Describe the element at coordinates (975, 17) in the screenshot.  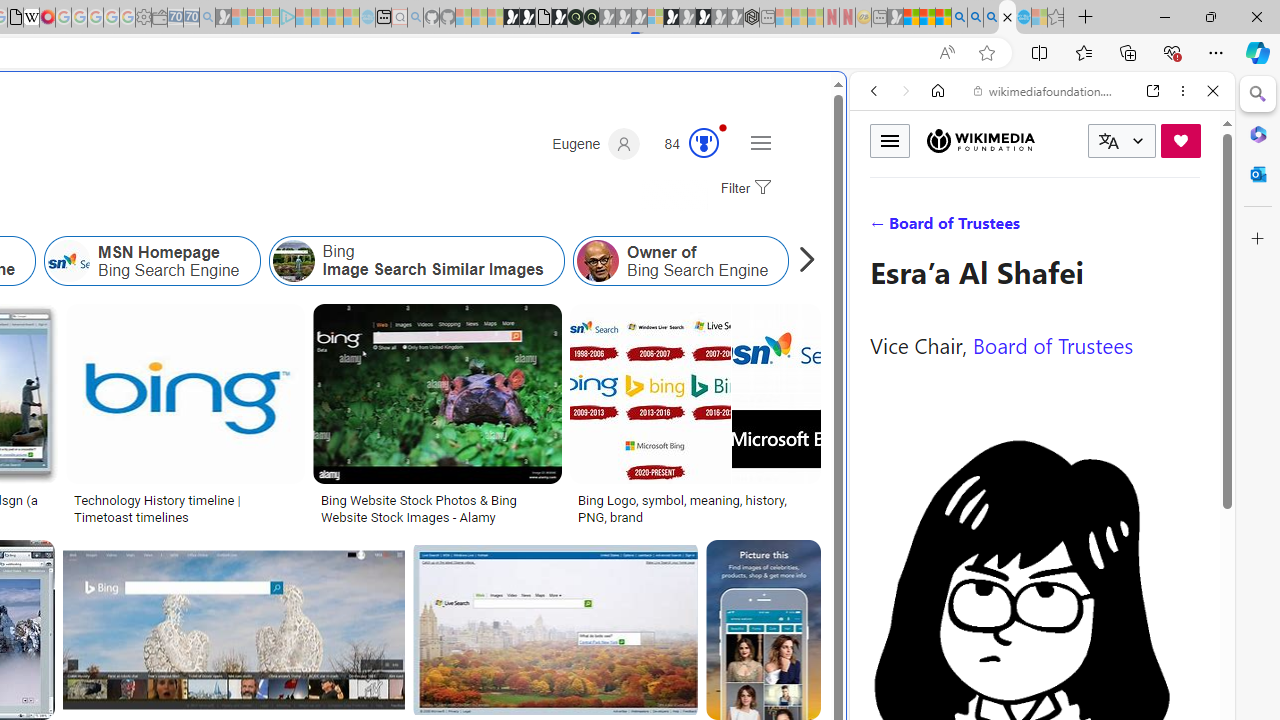
I see `'2009 Bing officially replaced Live Search on June 3 - Search'` at that location.